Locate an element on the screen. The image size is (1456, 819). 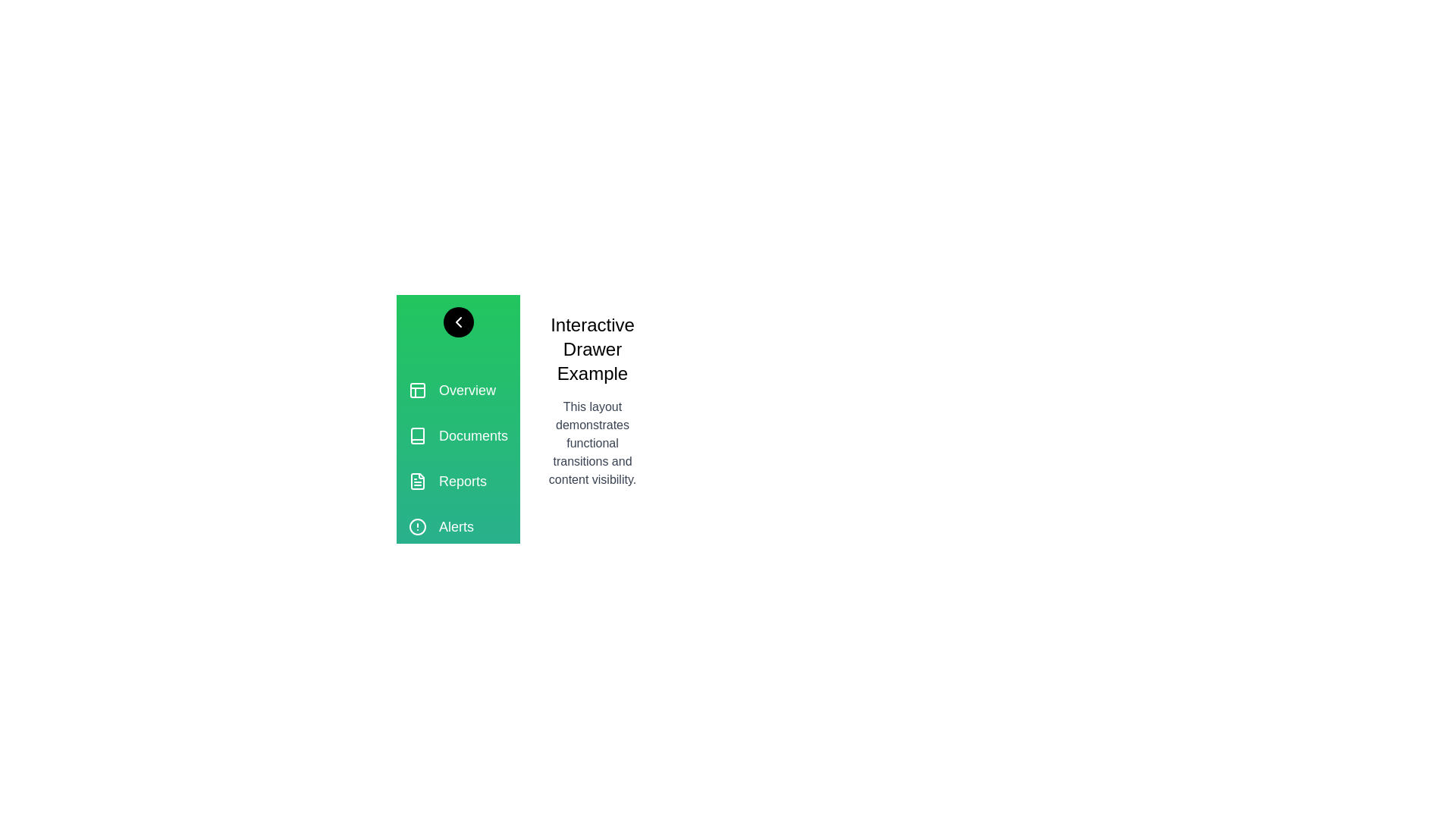
the section Reports to observe the hover effect is located at coordinates (457, 482).